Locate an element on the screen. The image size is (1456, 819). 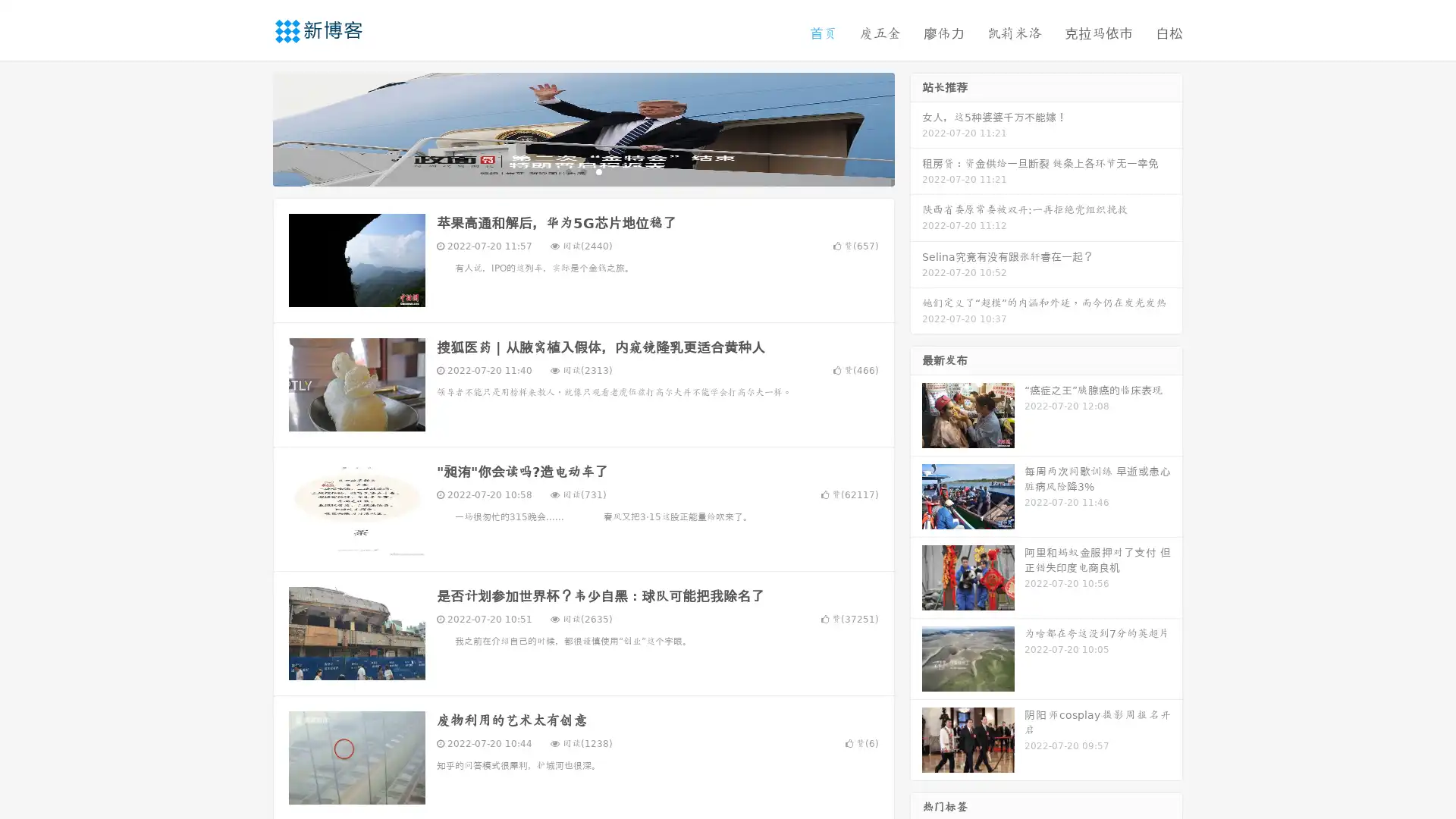
Go to slide 2 is located at coordinates (582, 171).